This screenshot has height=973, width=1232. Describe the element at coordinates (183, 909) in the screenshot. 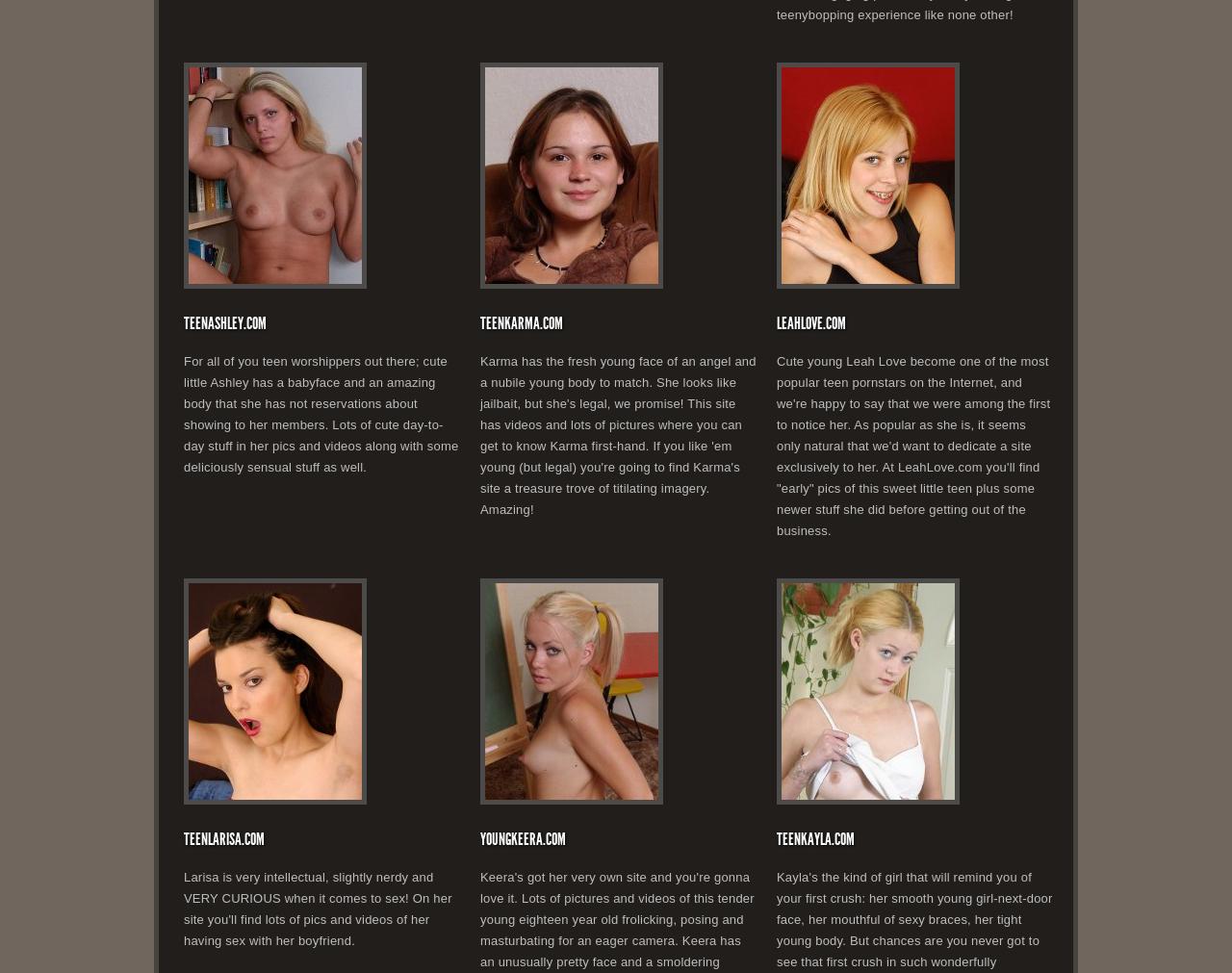

I see `'Larisa is very intellectual, slightly nerdy and VERY CURIOUS when it comes to sex! On her site you'll find lots of pics and videos of her having sex with her boyfriend.'` at that location.